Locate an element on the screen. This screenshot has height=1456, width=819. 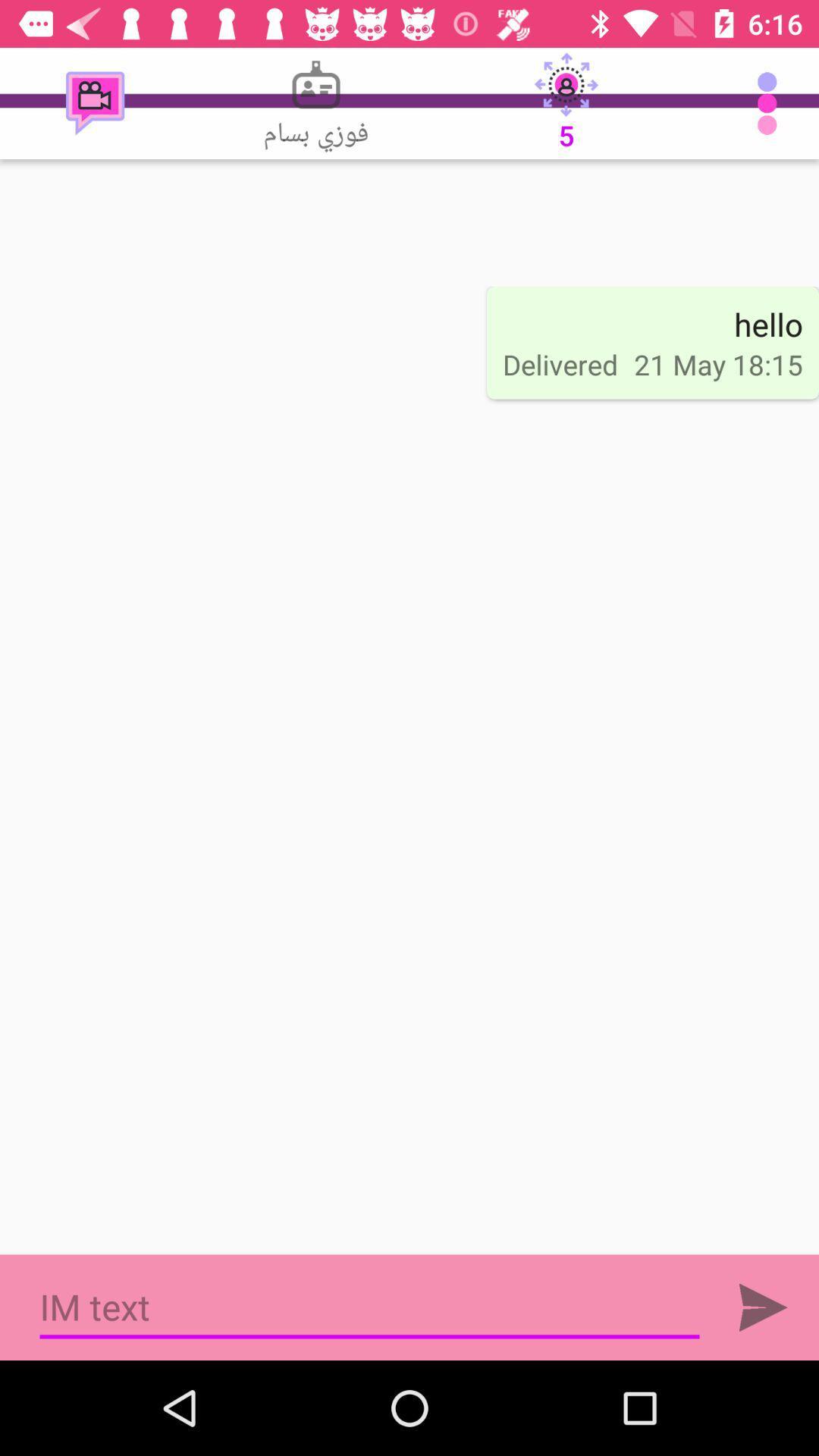
the item below the 21 may 18 item is located at coordinates (763, 1307).